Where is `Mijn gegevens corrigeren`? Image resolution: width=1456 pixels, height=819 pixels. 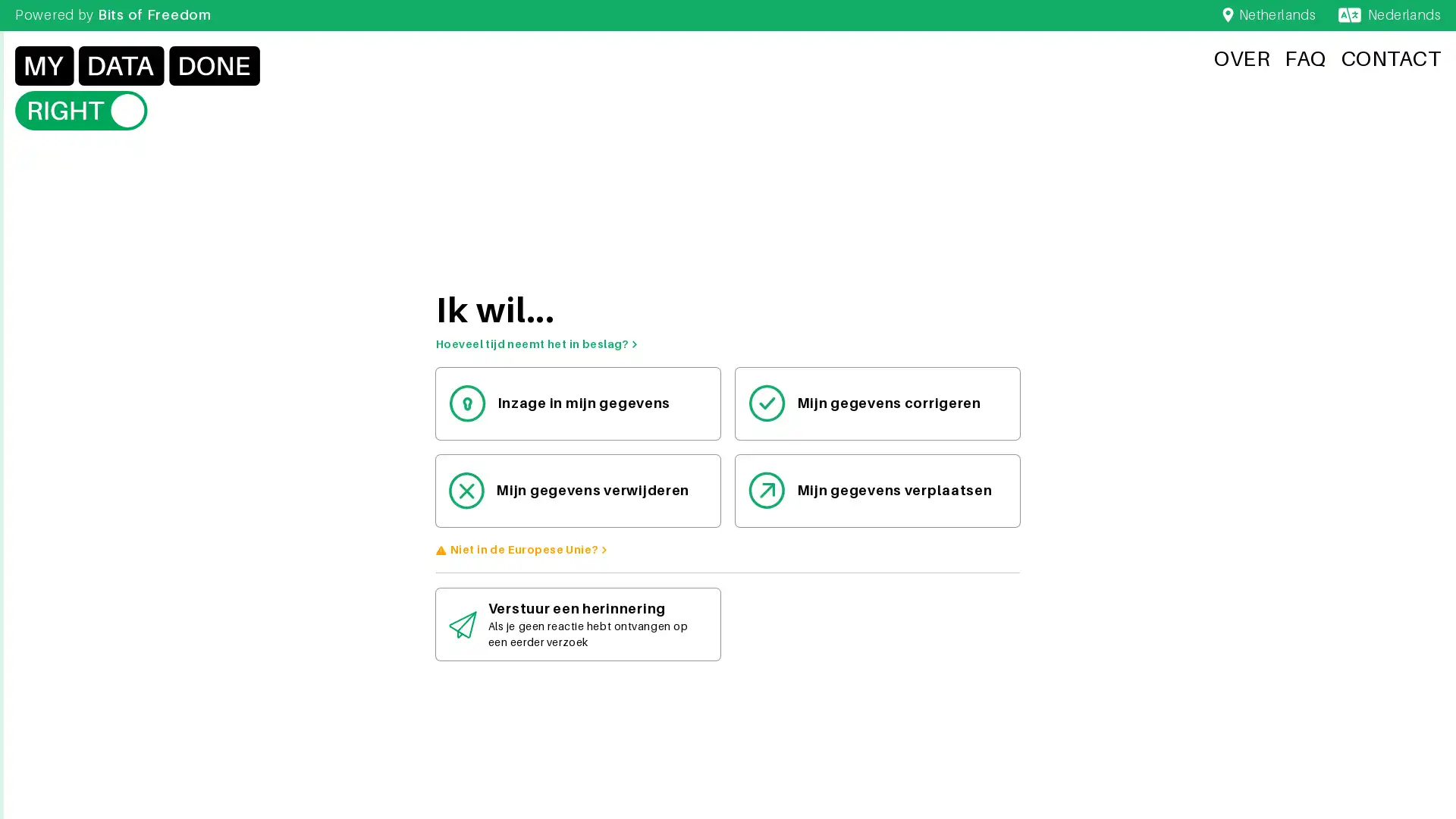 Mijn gegevens corrigeren is located at coordinates (877, 402).